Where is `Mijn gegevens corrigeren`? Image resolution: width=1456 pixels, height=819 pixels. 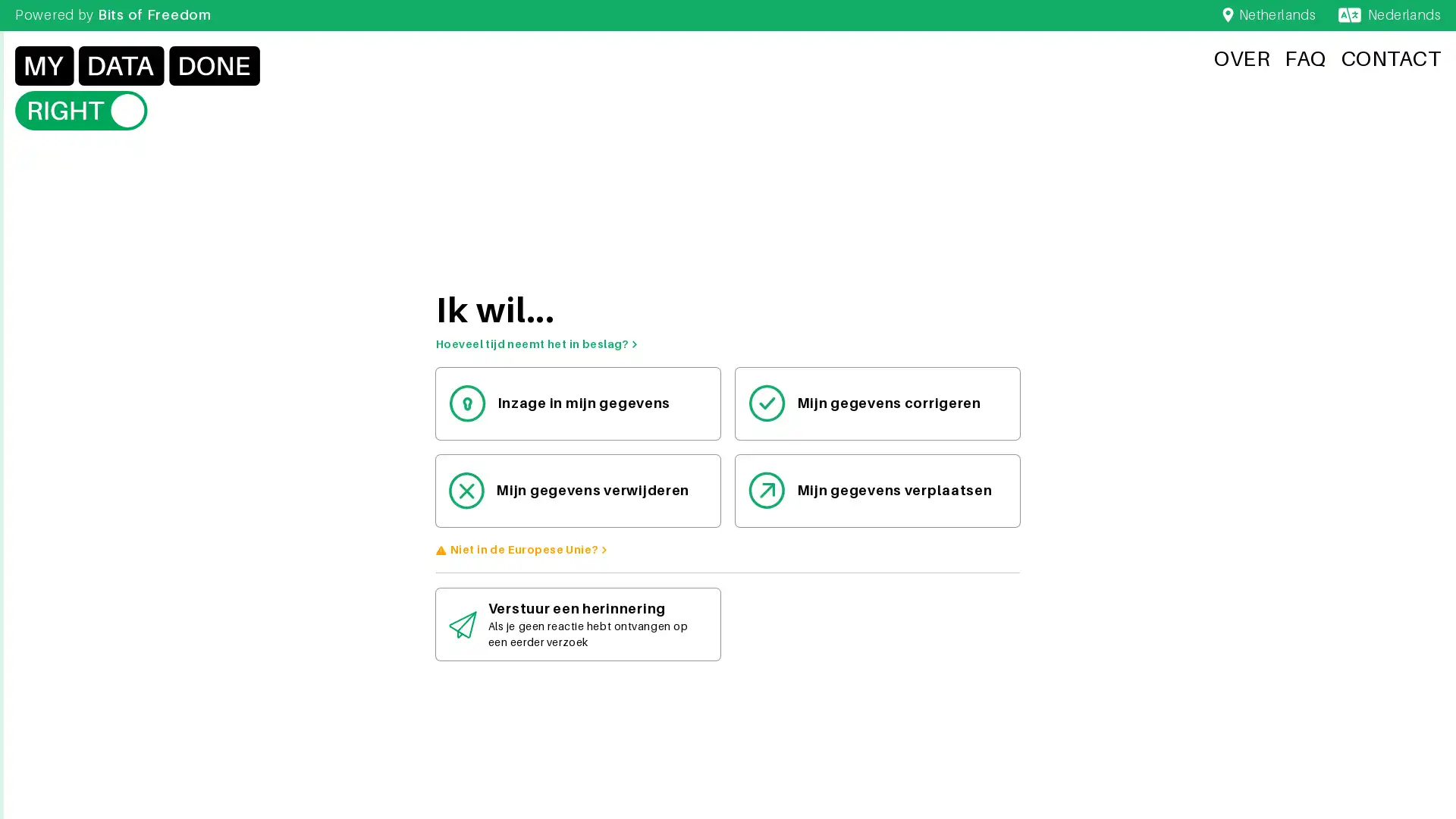 Mijn gegevens corrigeren is located at coordinates (877, 402).